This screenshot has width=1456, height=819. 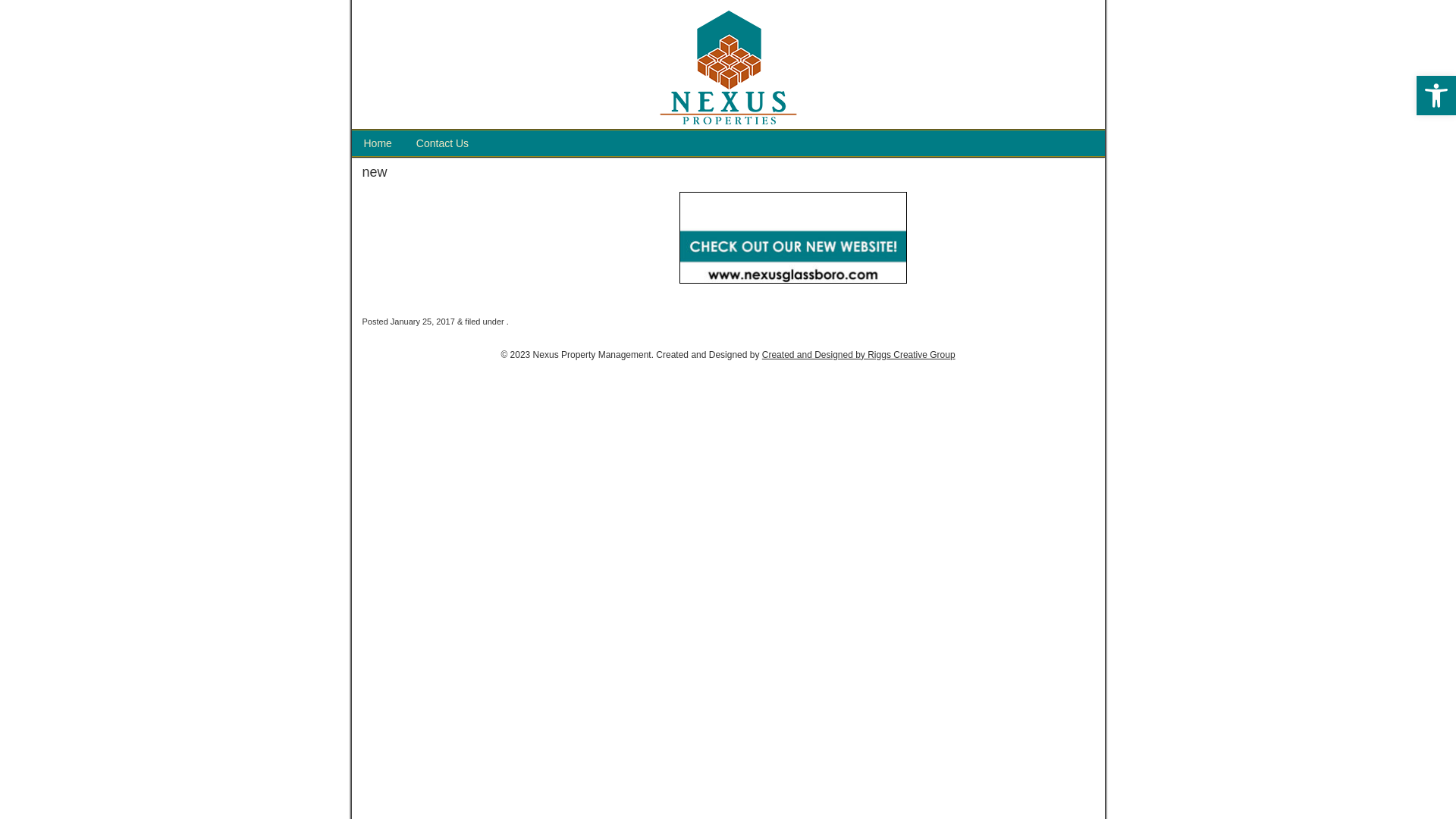 I want to click on 'Contact Us', so click(x=441, y=143).